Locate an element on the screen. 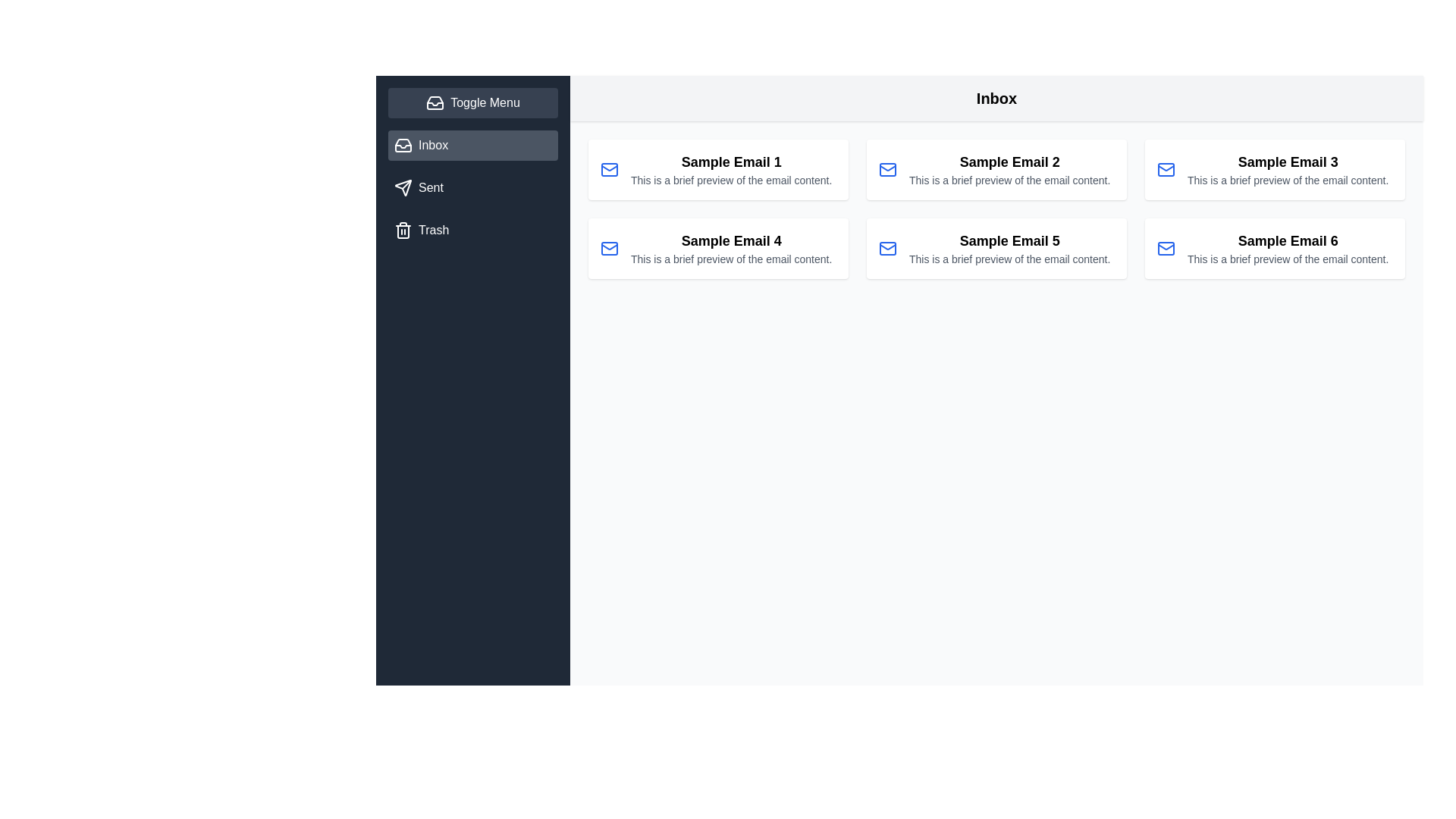 The width and height of the screenshot is (1456, 819). the navigation menu button that accesses the inbox section, located at the top of the vertical list in the left sidebar is located at coordinates (472, 146).